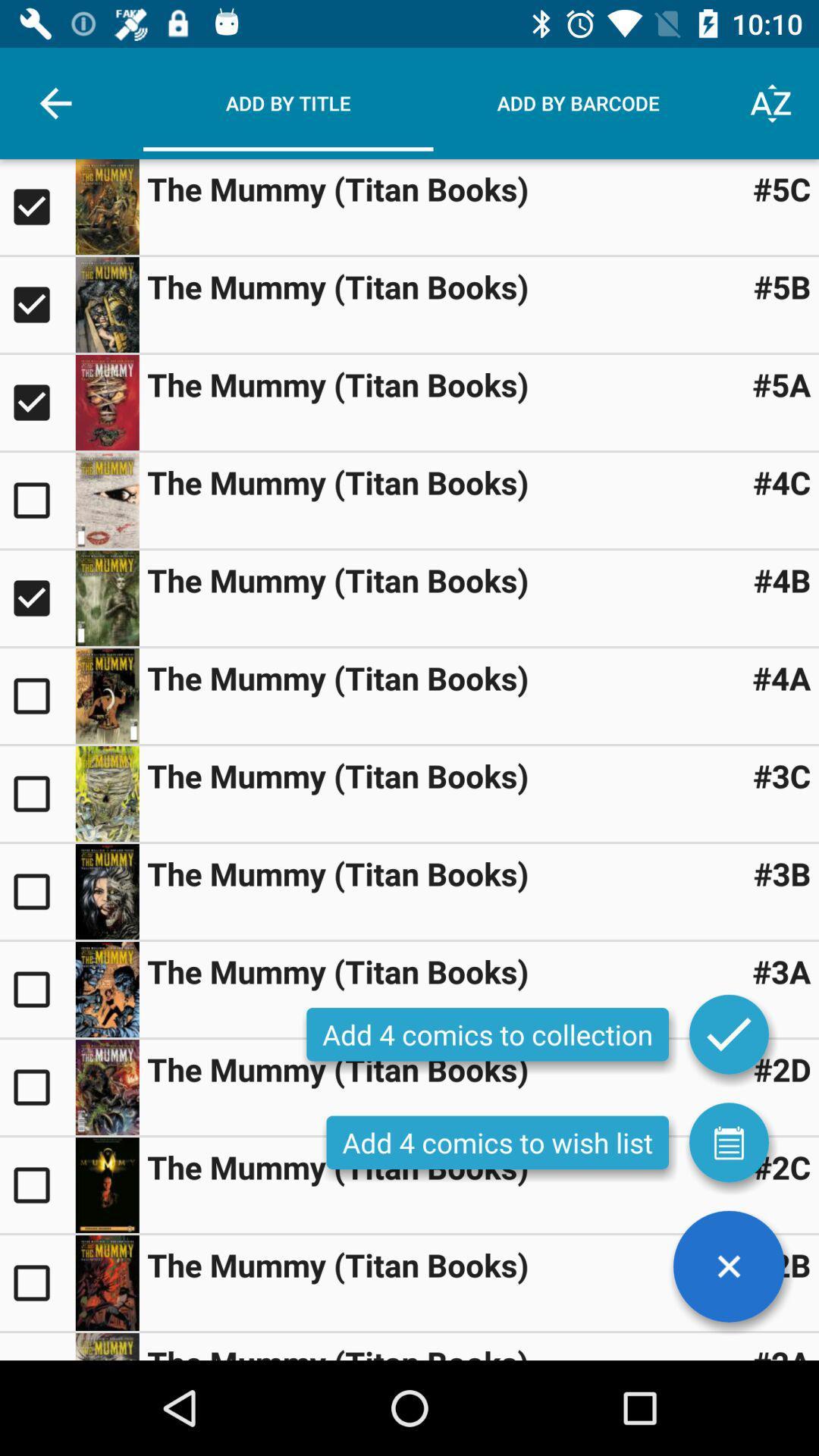 Image resolution: width=819 pixels, height=1456 pixels. What do you see at coordinates (782, 481) in the screenshot?
I see `the #4c icon` at bounding box center [782, 481].